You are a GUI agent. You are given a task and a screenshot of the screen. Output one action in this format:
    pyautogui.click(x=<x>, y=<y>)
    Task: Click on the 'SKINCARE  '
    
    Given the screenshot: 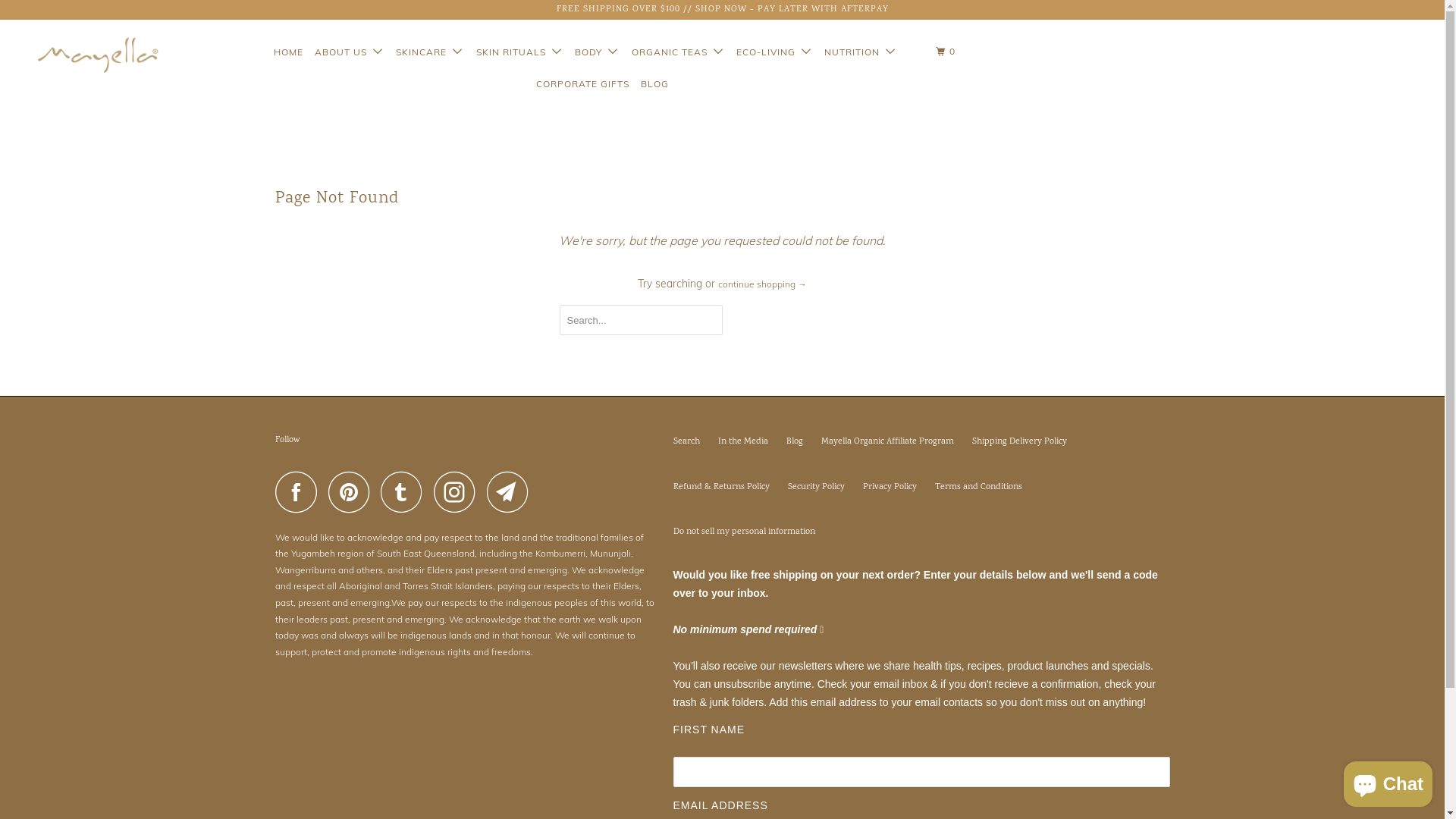 What is the action you would take?
    pyautogui.click(x=428, y=51)
    